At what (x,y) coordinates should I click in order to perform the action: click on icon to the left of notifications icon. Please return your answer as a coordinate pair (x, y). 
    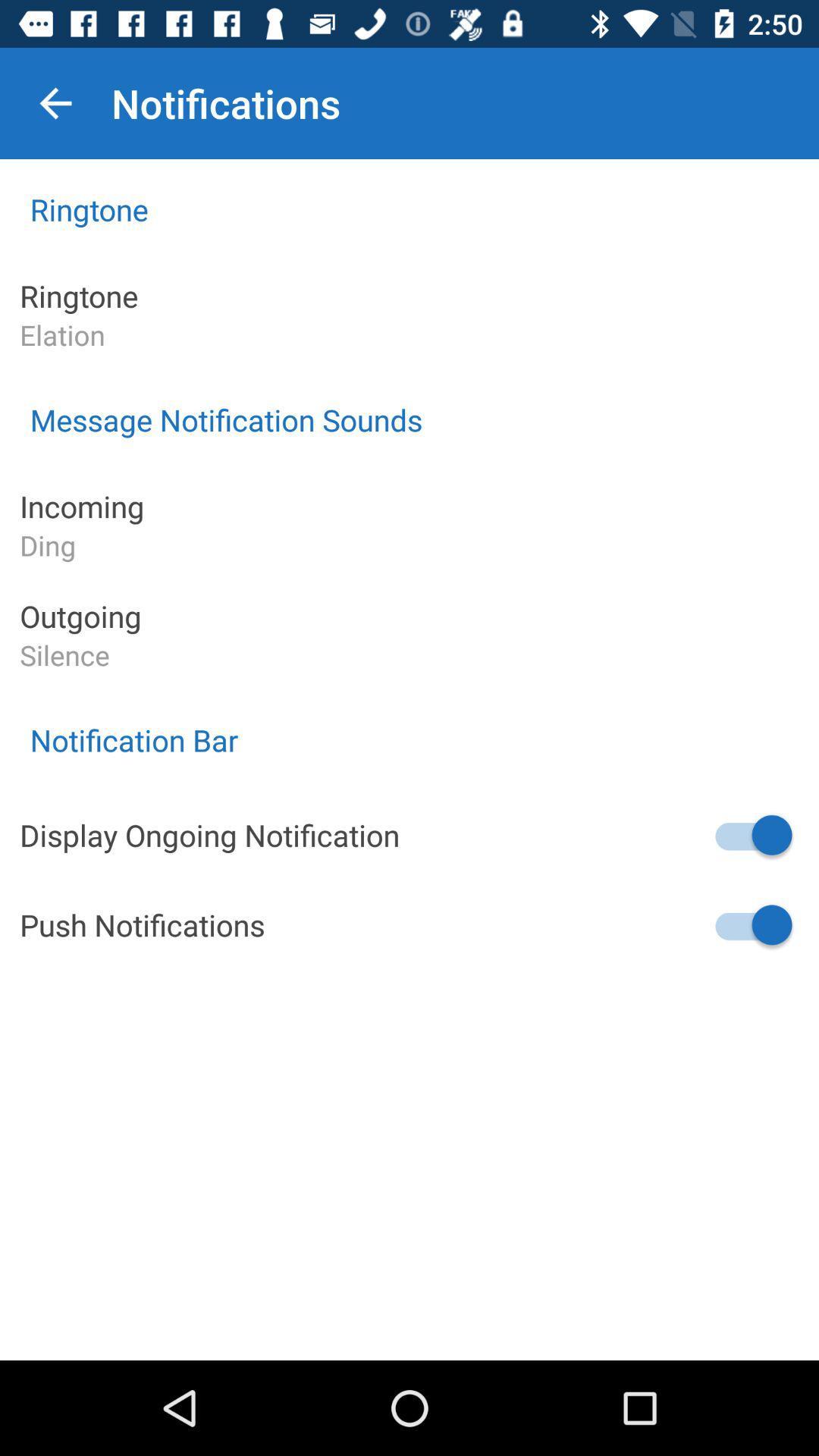
    Looking at the image, I should click on (55, 102).